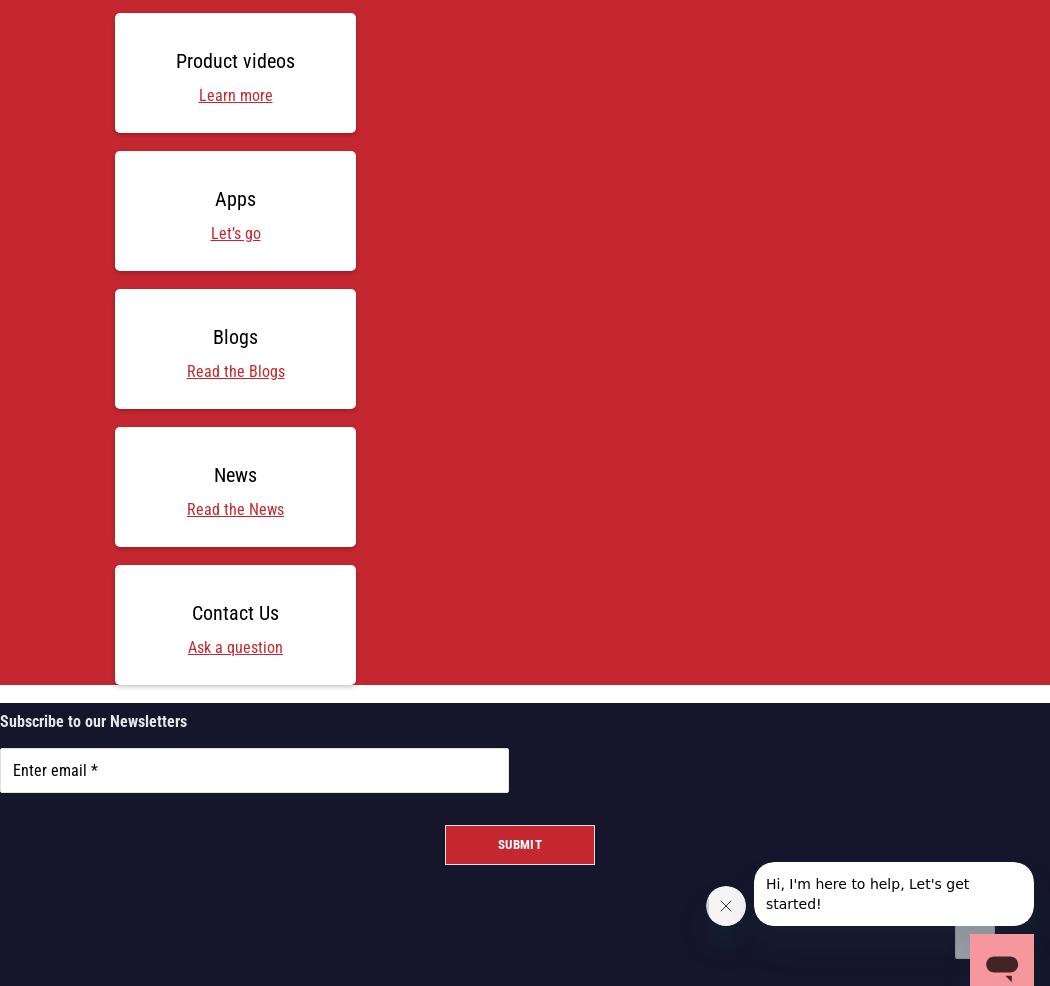 The width and height of the screenshot is (1050, 986). What do you see at coordinates (235, 646) in the screenshot?
I see `'Ask a question'` at bounding box center [235, 646].